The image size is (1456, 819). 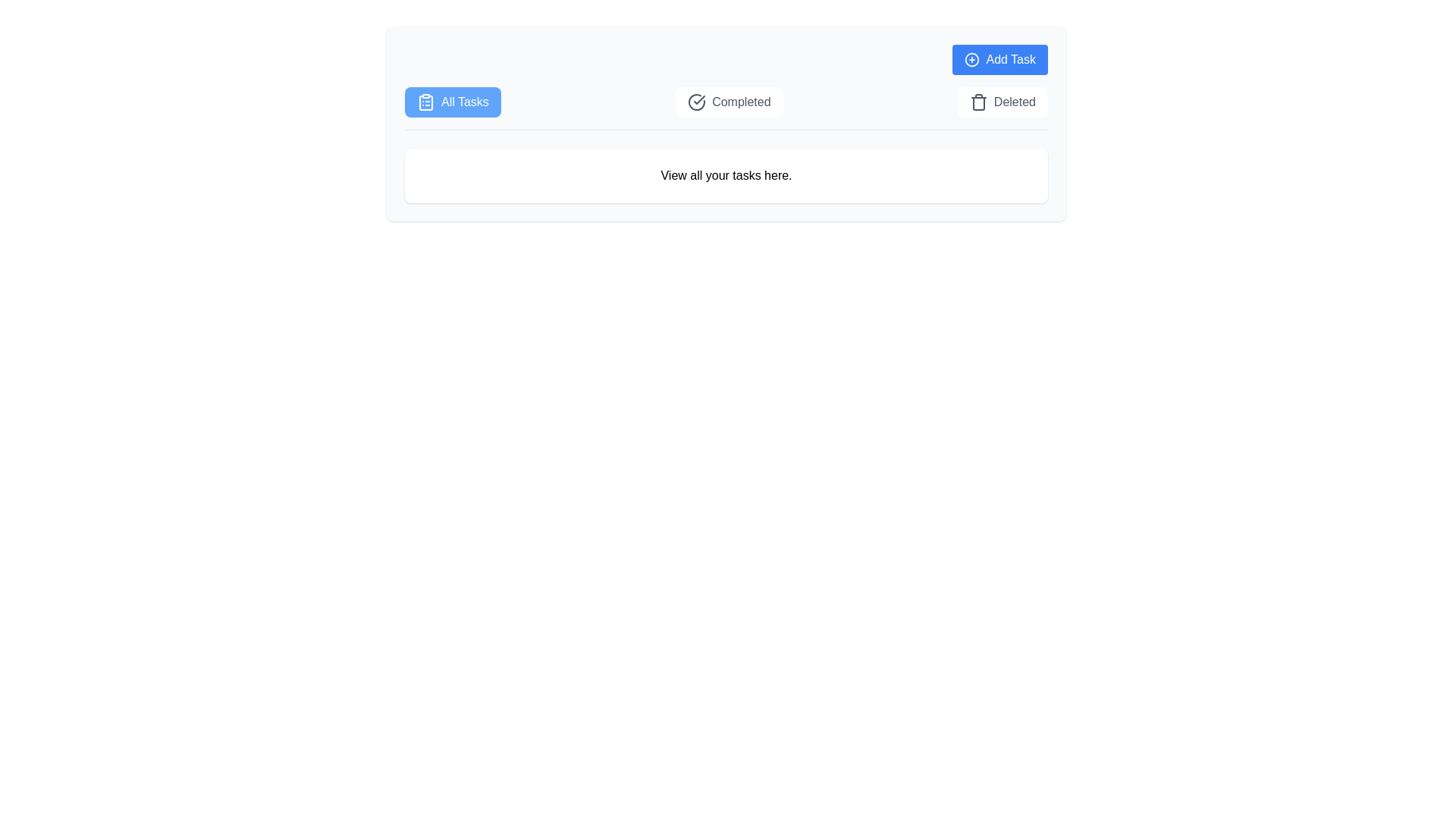 What do you see at coordinates (696, 102) in the screenshot?
I see `the completion status icon which is part of the 'Completed' button, located centrally among the top-level buttons at the top of the layout` at bounding box center [696, 102].